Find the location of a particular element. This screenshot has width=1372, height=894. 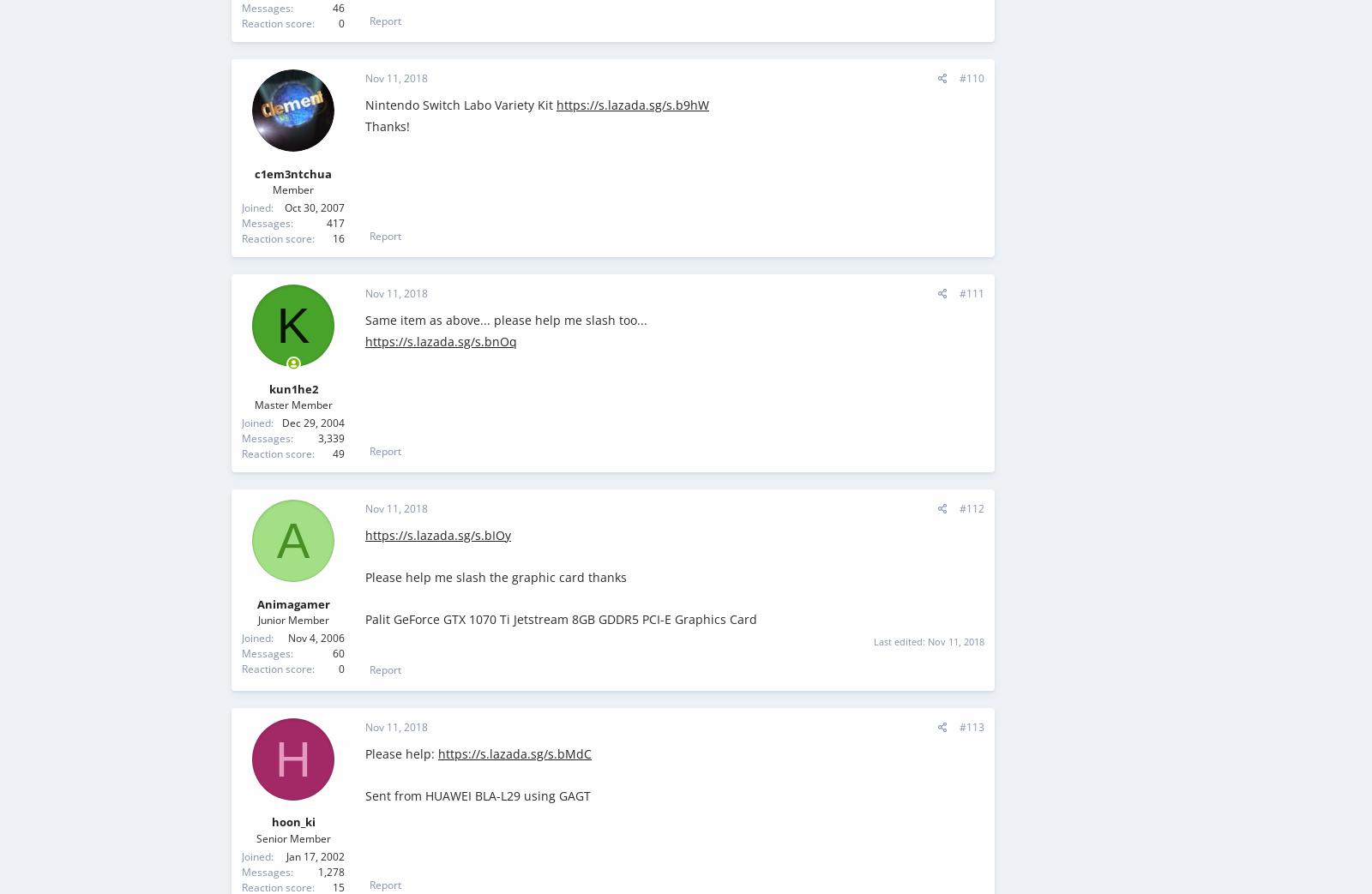

'Palit GeForce GTX 1070 Ti Jetstream 8GB GDDR5 PCI-E Graphics Card' is located at coordinates (364, 619).